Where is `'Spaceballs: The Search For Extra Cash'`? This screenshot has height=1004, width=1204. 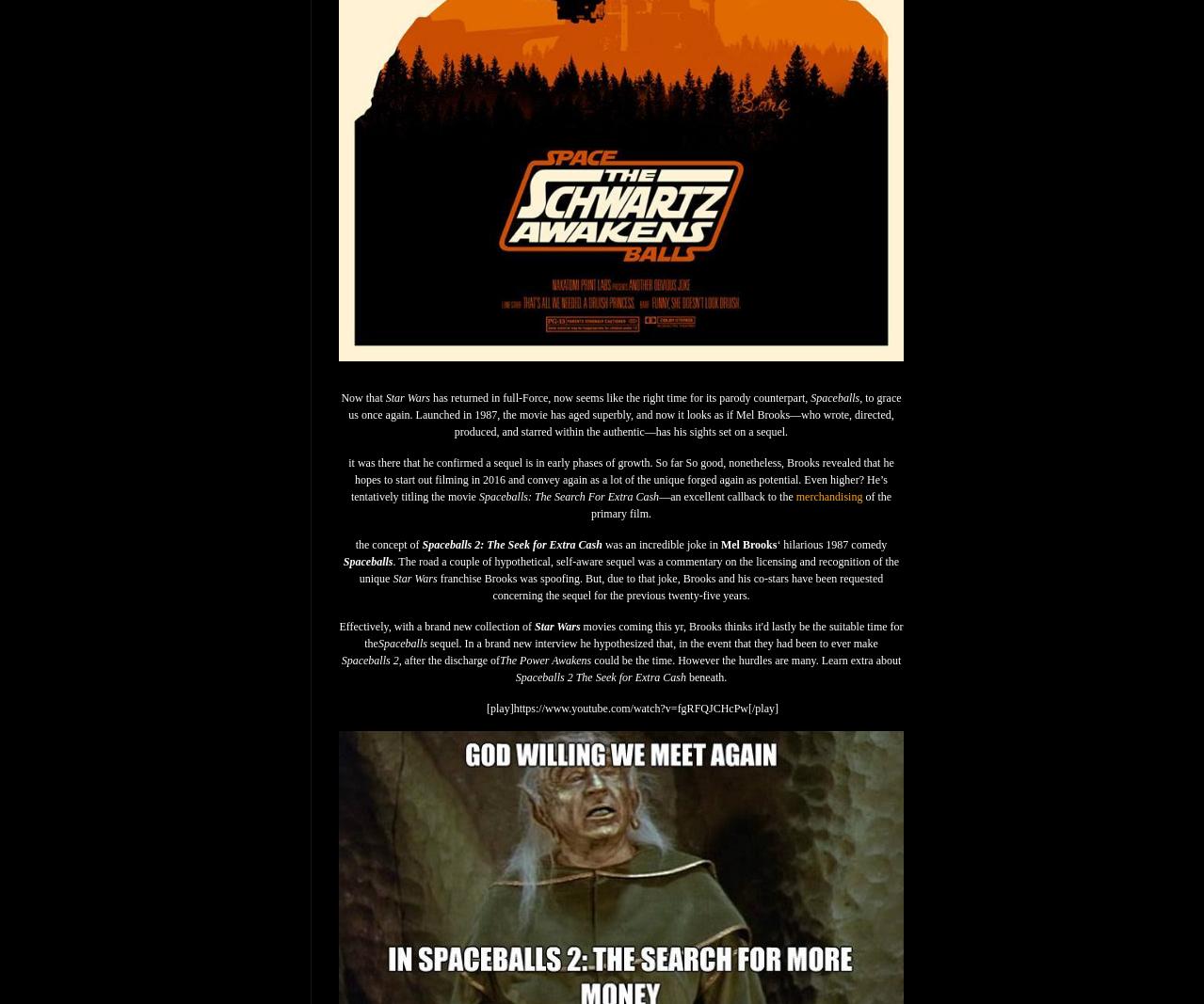 'Spaceballs: The Search For Extra Cash' is located at coordinates (568, 495).